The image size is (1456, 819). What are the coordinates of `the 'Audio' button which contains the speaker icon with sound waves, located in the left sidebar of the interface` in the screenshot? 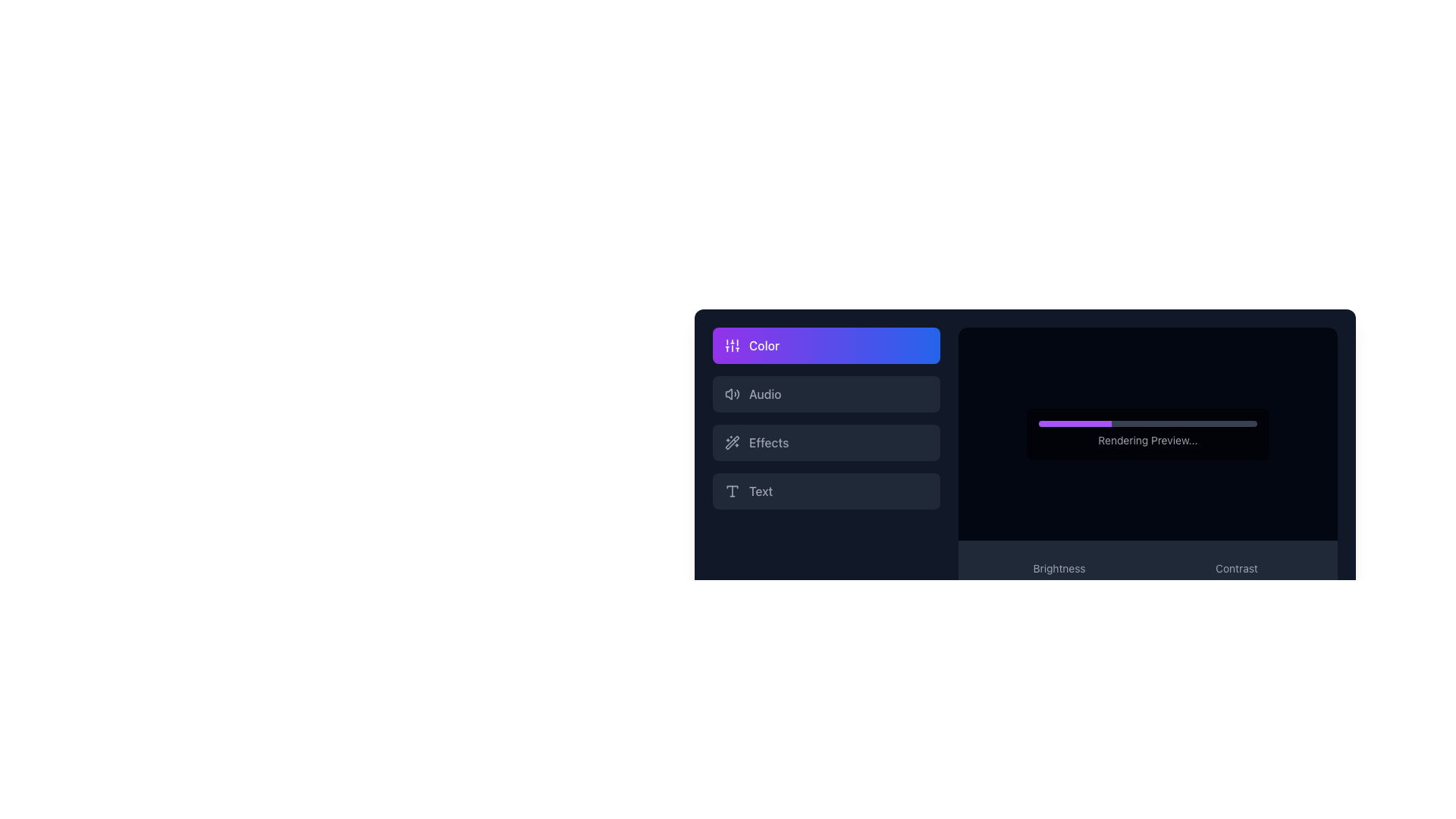 It's located at (732, 394).